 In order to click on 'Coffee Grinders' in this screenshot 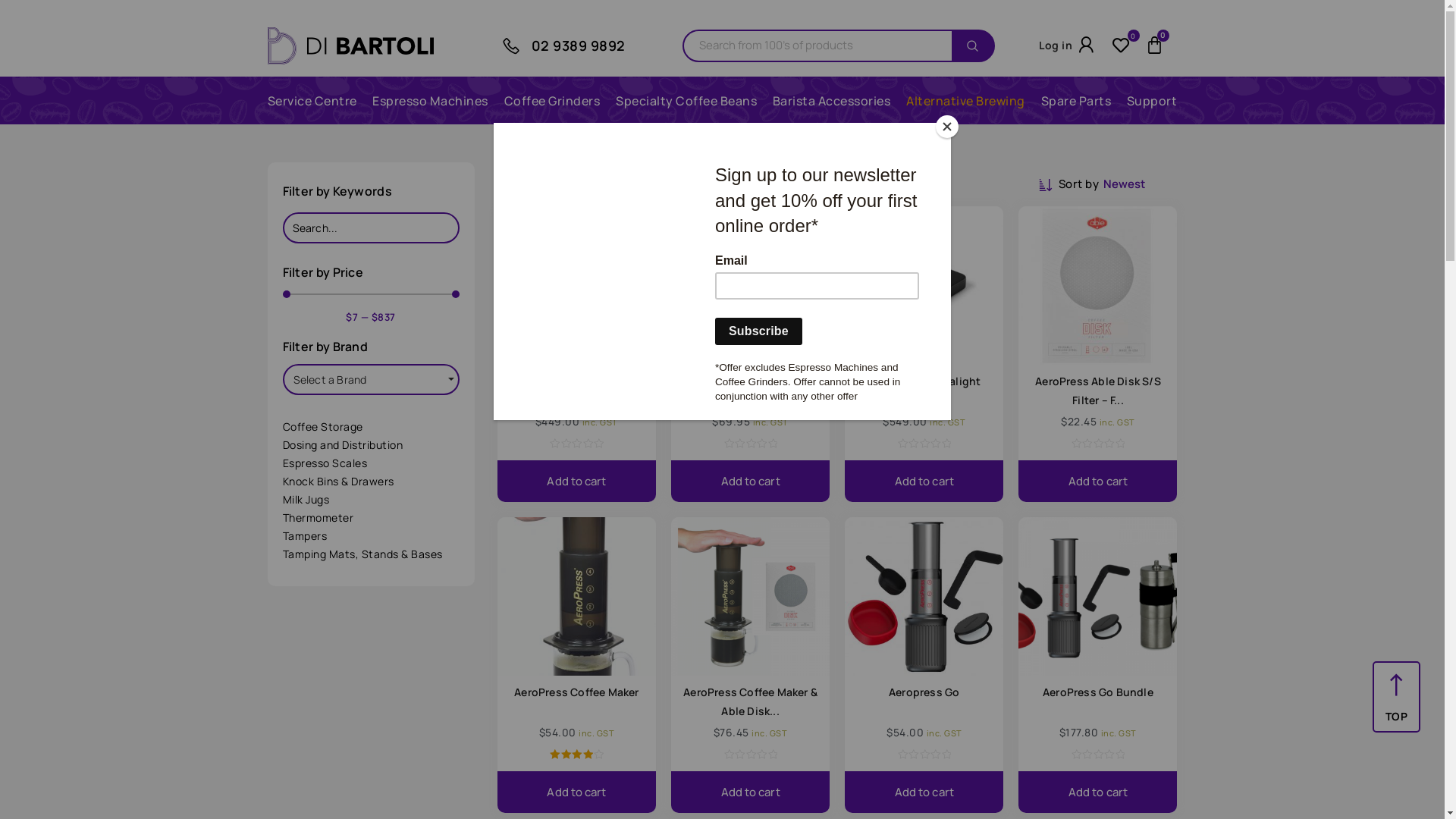, I will do `click(551, 100)`.